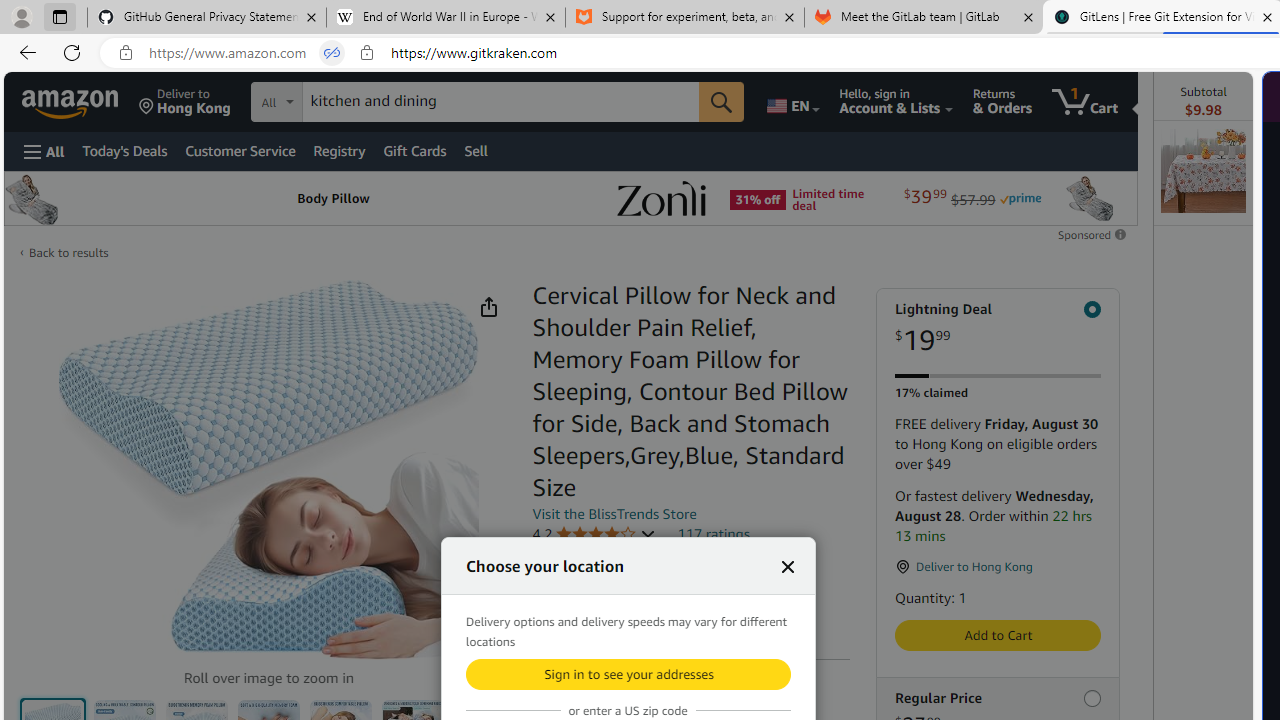 This screenshot has width=1280, height=720. Describe the element at coordinates (791, 101) in the screenshot. I see `'Choose a language for shopping.'` at that location.